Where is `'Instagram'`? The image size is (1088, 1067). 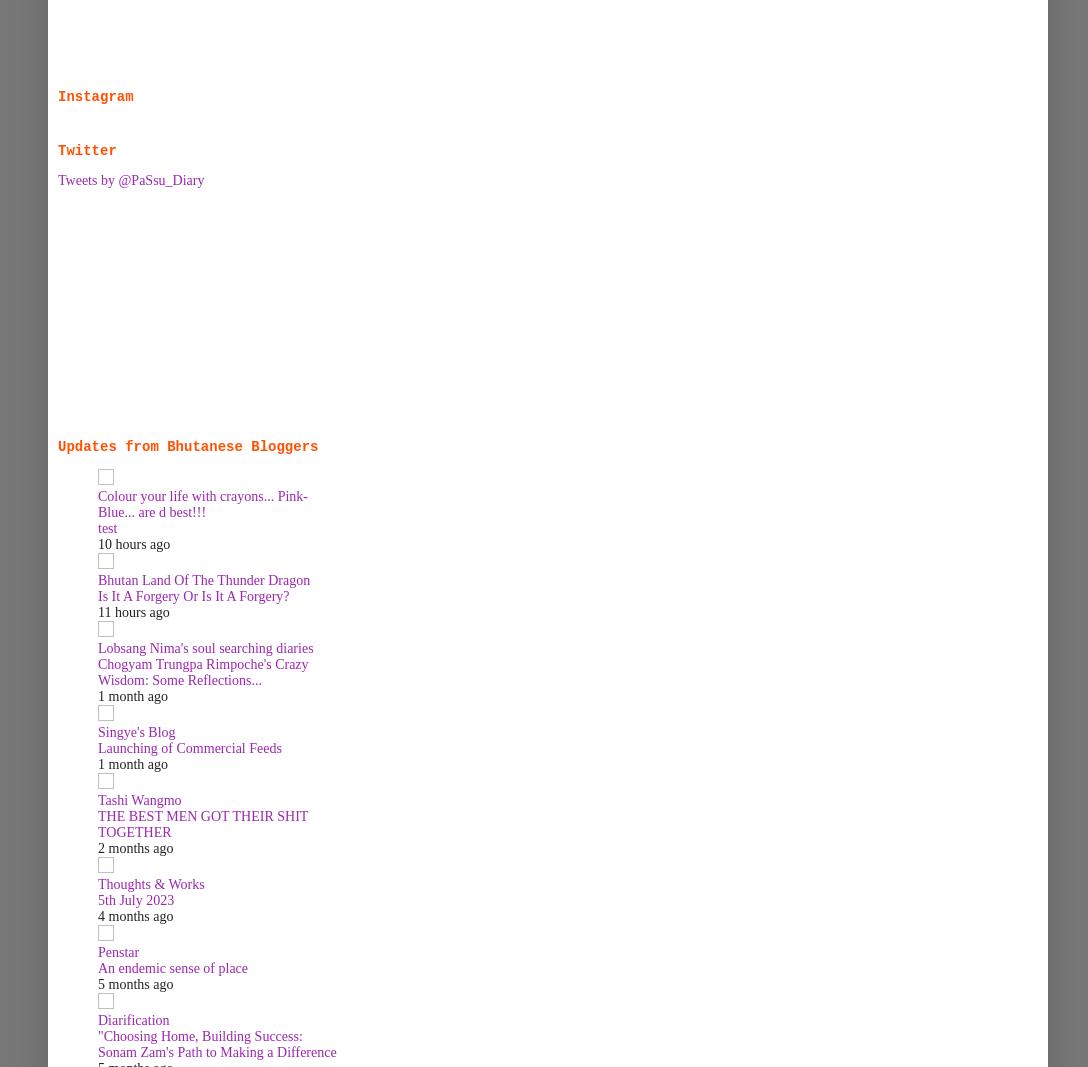
'Instagram' is located at coordinates (95, 95).